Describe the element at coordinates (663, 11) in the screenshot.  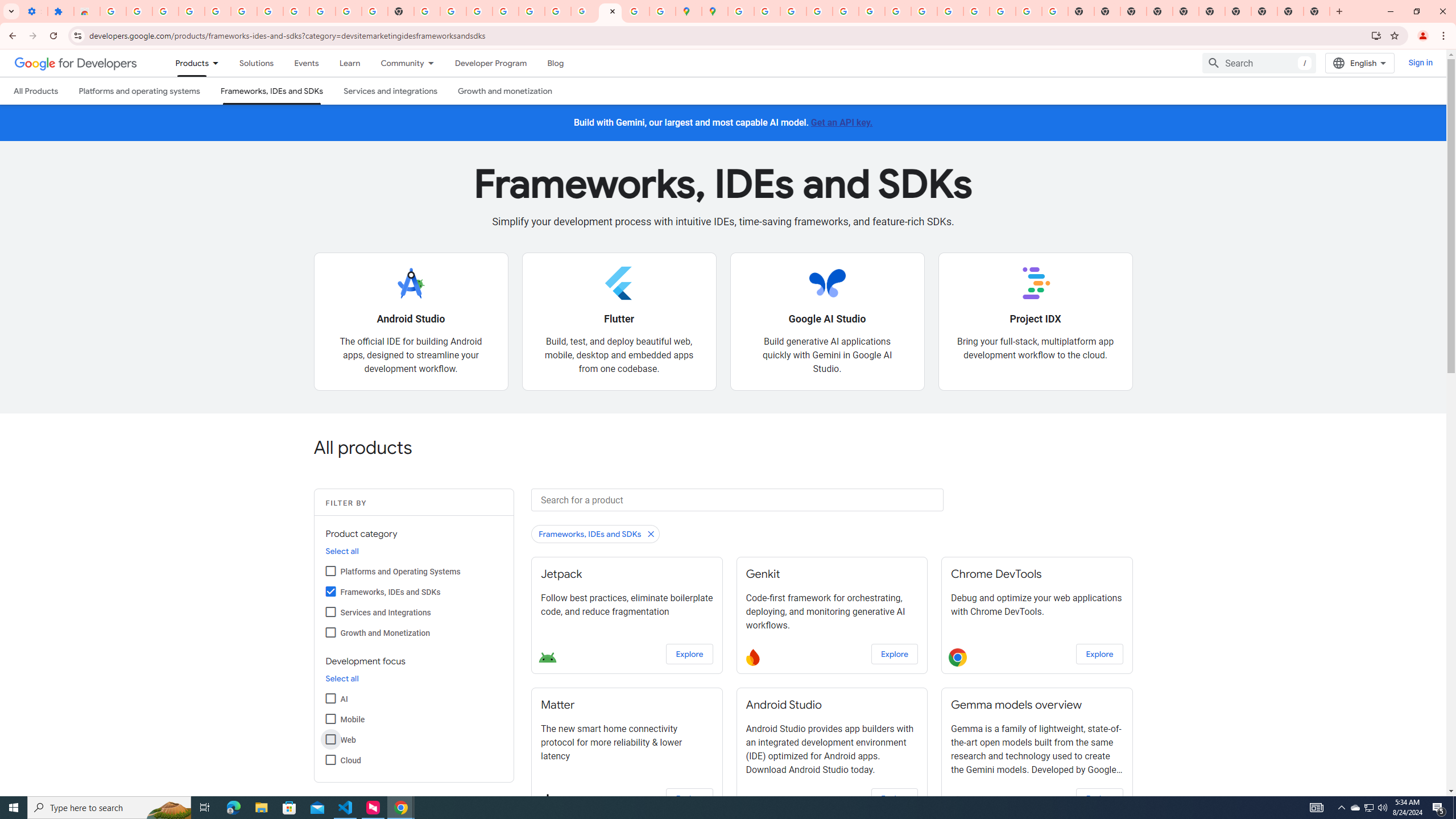
I see `'Safety in Our Products - Google Safety Center'` at that location.